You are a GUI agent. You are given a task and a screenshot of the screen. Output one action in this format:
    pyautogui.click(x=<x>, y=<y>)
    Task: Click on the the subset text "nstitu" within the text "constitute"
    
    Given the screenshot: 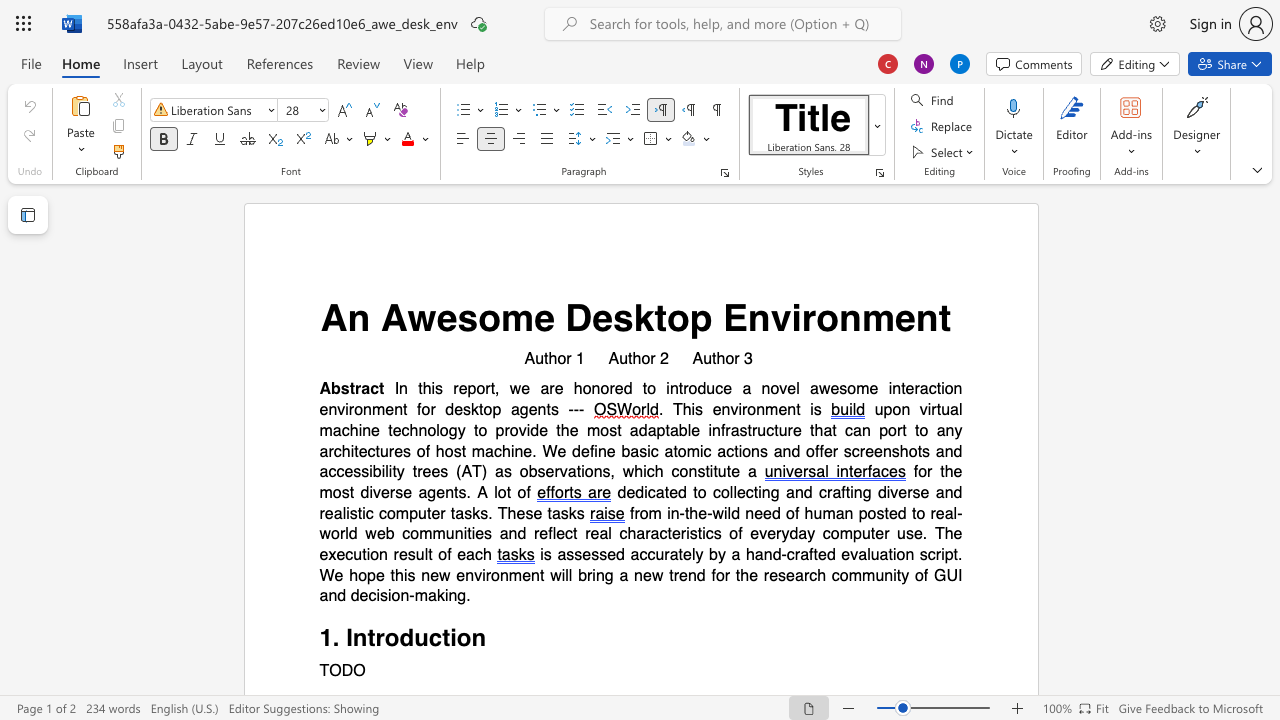 What is the action you would take?
    pyautogui.click(x=688, y=472)
    